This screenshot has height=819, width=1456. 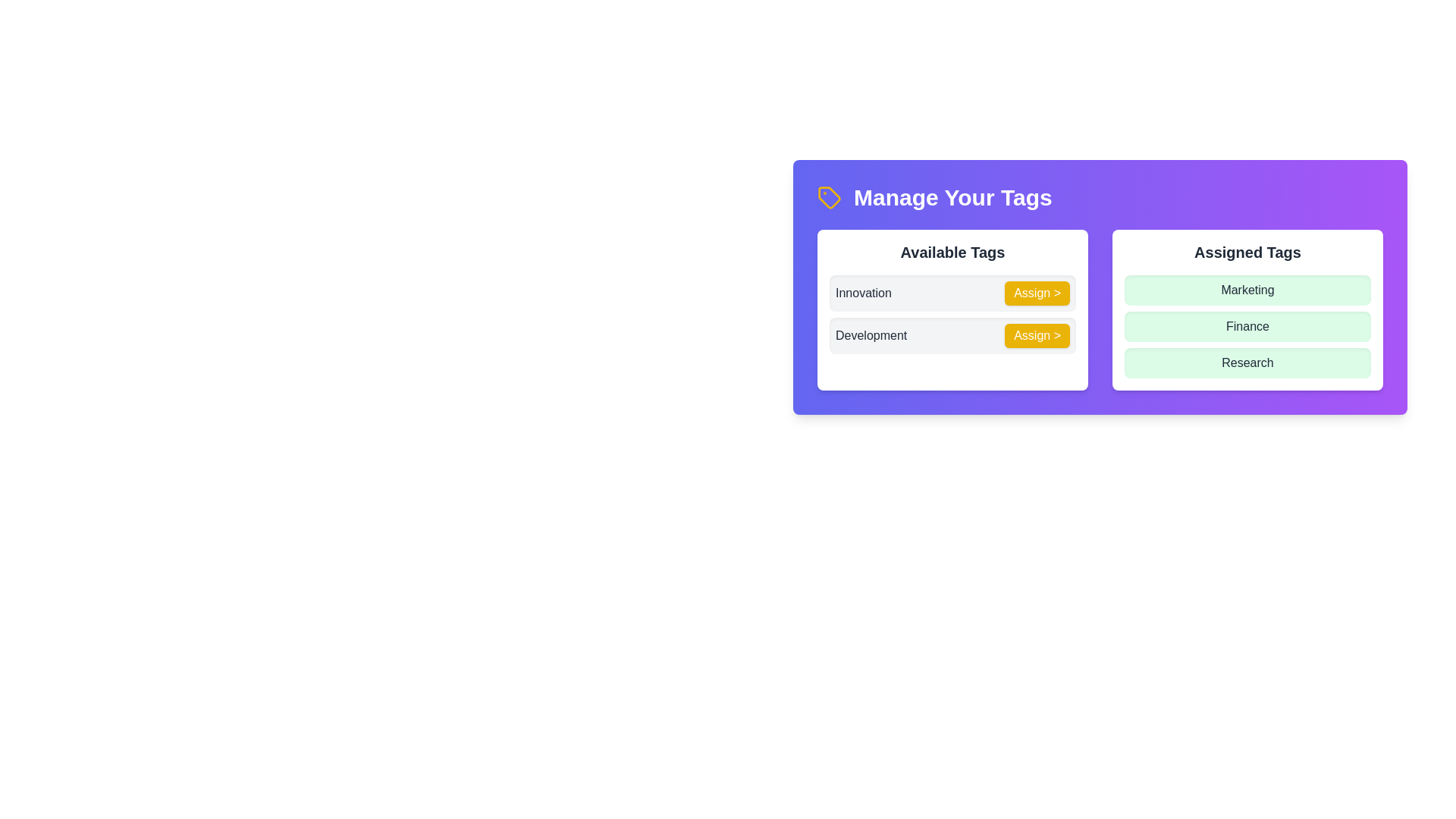 I want to click on the 'Assign >' button located on the right side of the horizontally aligned bar labeled 'Development' within the 'Available Tags' section under 'Manage Your Tags', so click(x=952, y=335).